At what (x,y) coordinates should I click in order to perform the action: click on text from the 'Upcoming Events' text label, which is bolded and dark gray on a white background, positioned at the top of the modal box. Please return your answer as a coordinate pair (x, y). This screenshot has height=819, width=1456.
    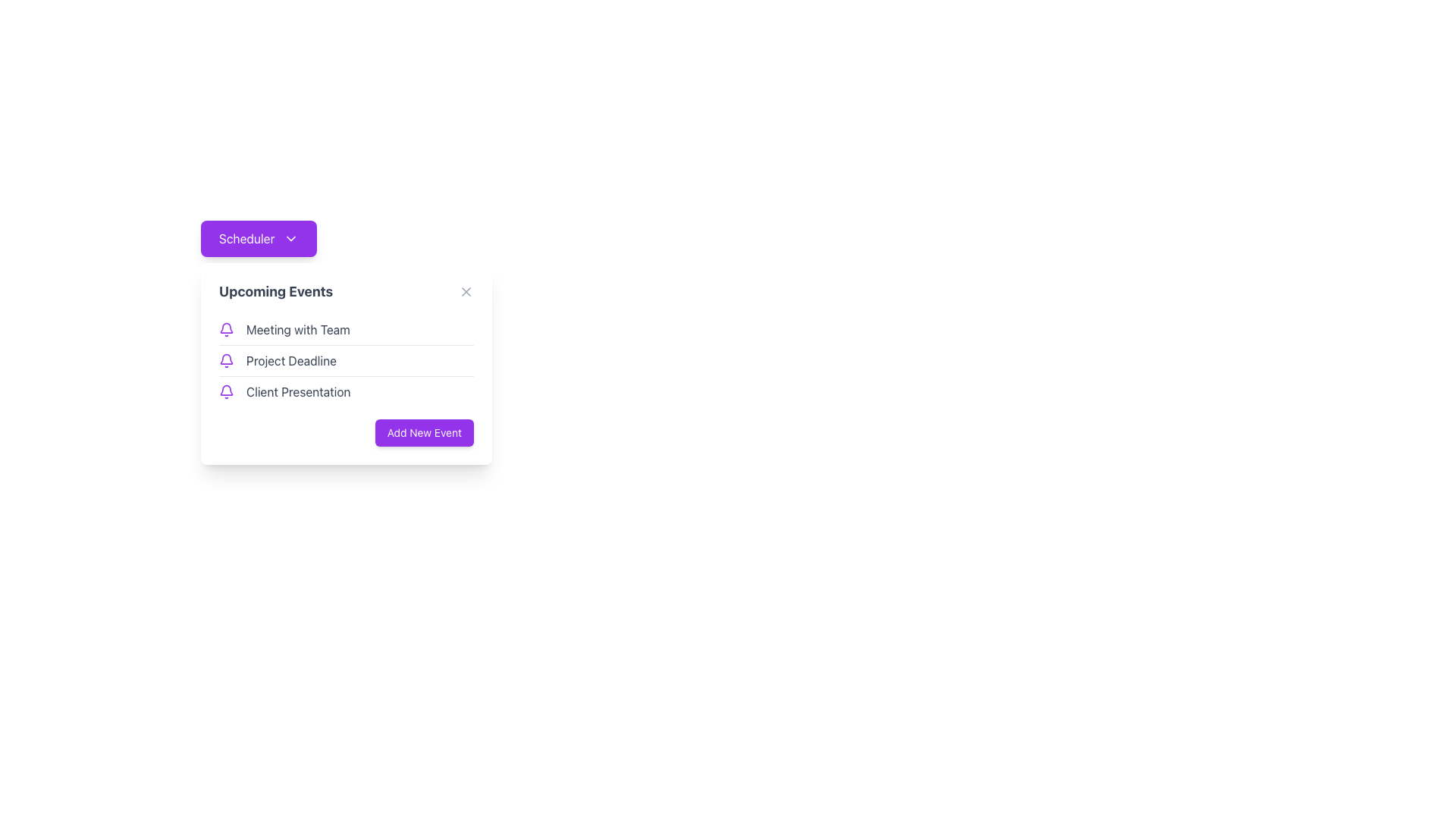
    Looking at the image, I should click on (276, 292).